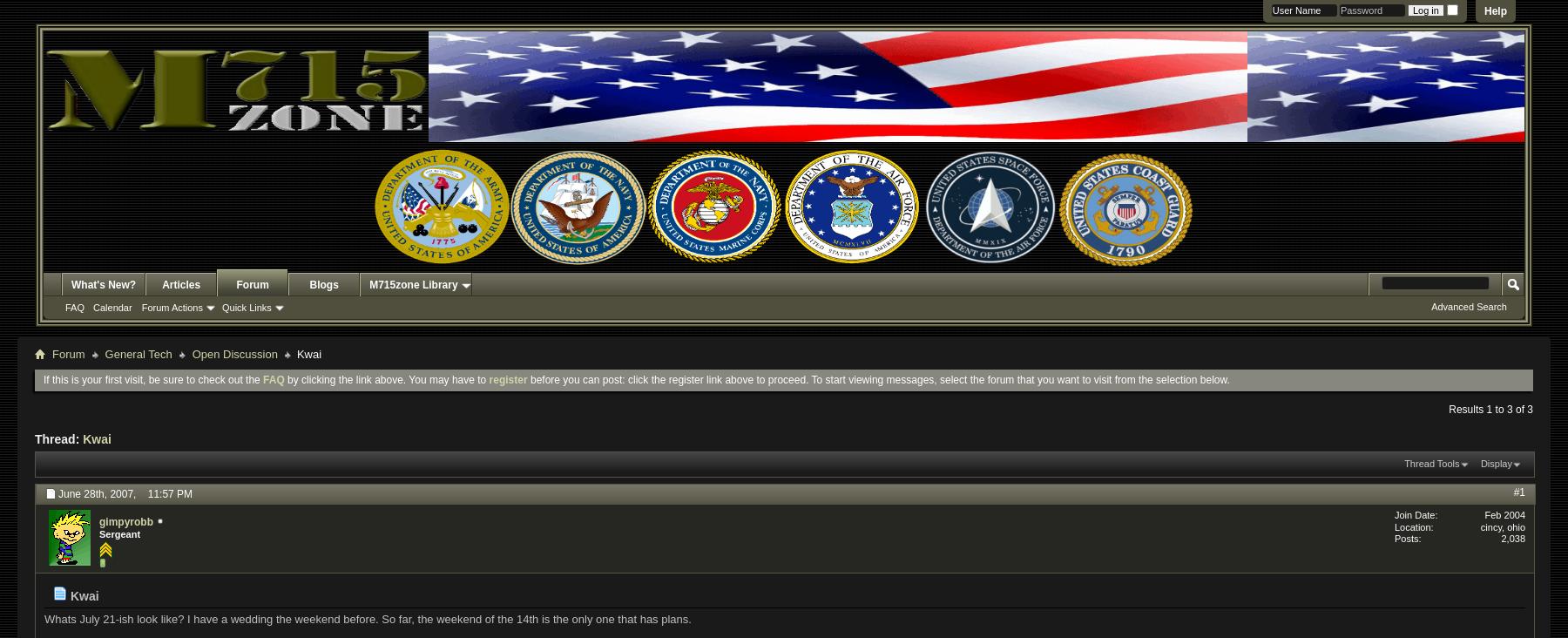  What do you see at coordinates (386, 378) in the screenshot?
I see `'by clicking the
		link above. You may have to'` at bounding box center [386, 378].